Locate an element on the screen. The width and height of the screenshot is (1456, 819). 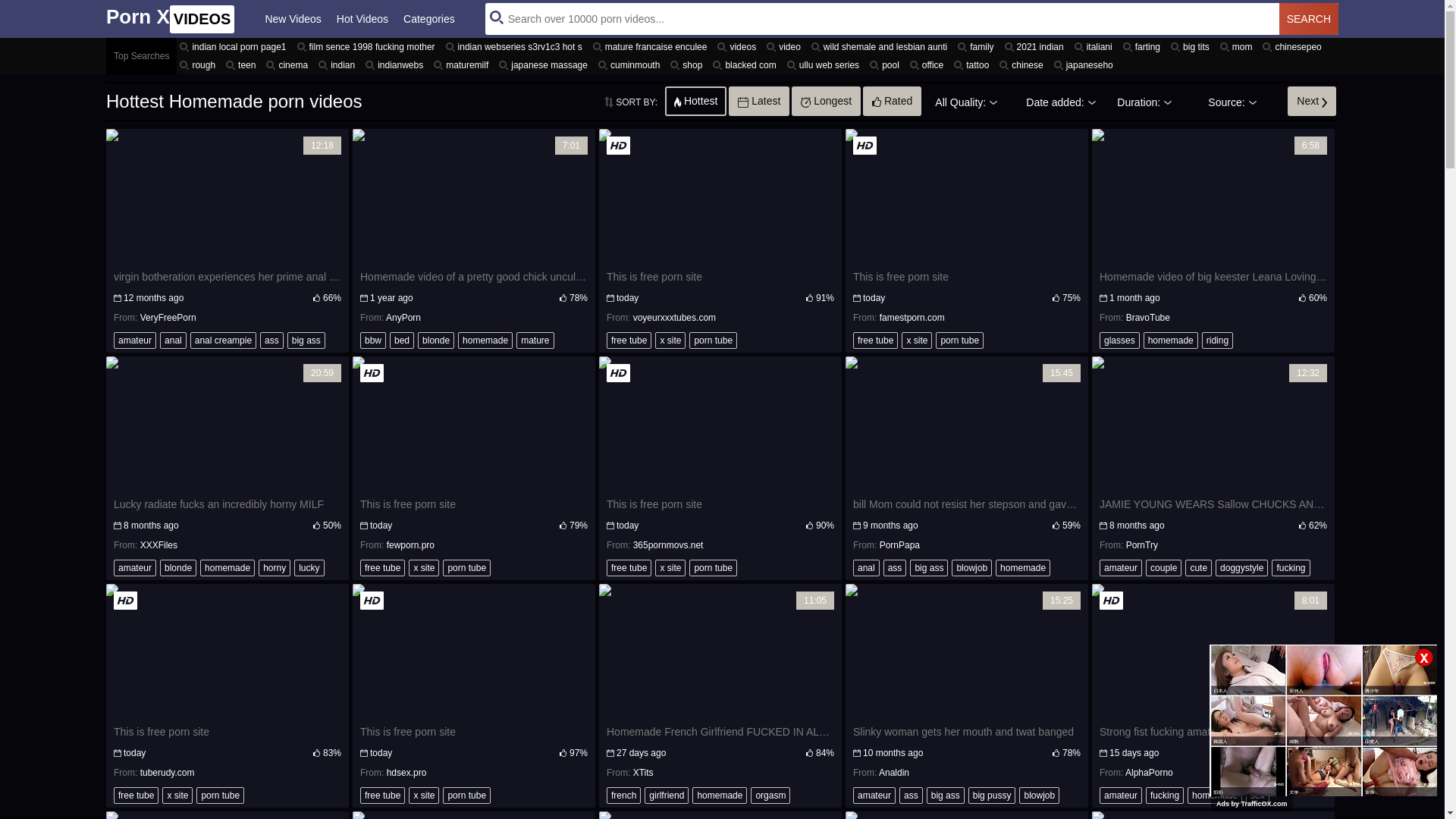
'chinesepeo' is located at coordinates (1293, 45).